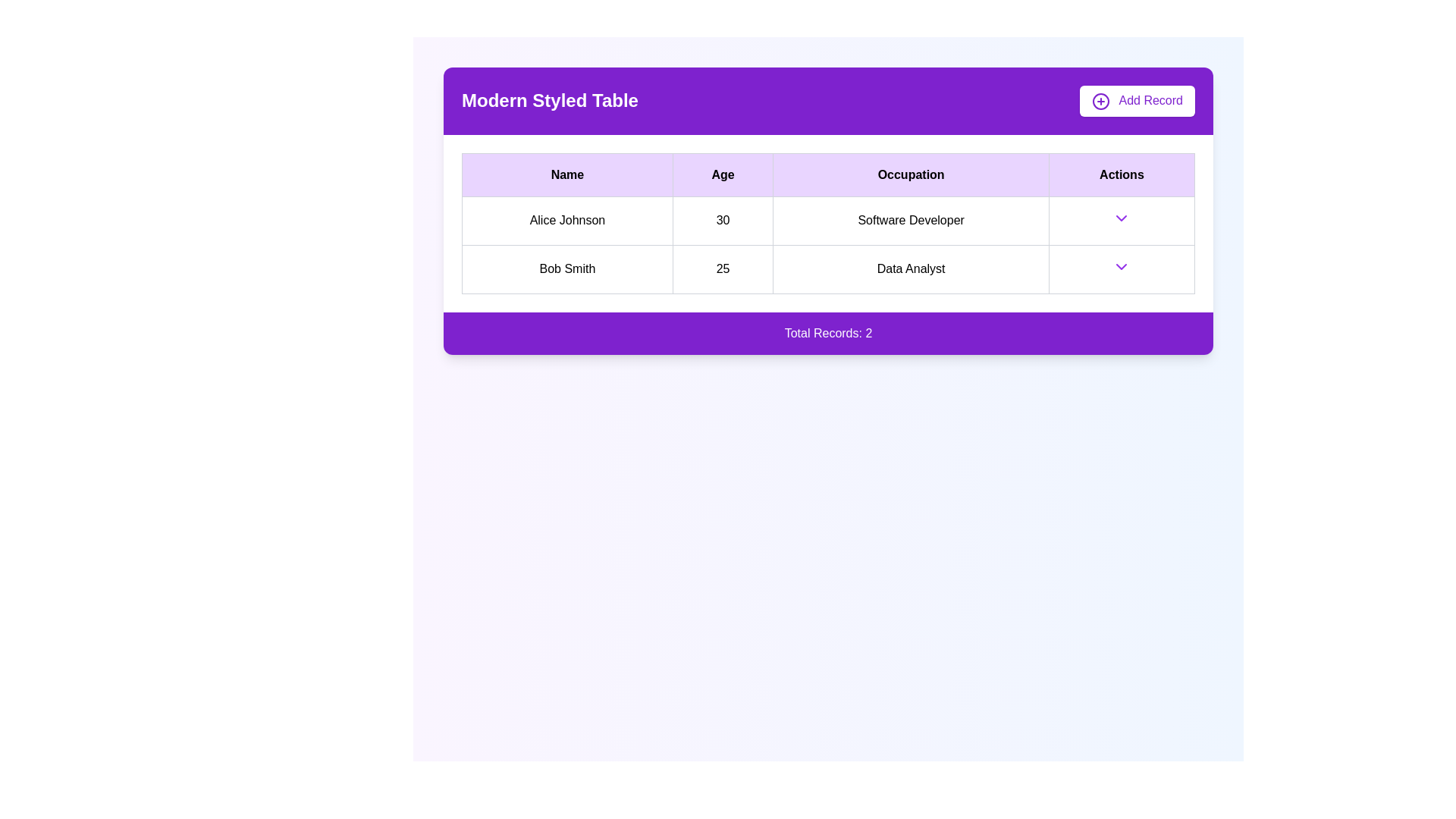 The height and width of the screenshot is (819, 1456). What do you see at coordinates (722, 174) in the screenshot?
I see `the 'Age' table header cell` at bounding box center [722, 174].